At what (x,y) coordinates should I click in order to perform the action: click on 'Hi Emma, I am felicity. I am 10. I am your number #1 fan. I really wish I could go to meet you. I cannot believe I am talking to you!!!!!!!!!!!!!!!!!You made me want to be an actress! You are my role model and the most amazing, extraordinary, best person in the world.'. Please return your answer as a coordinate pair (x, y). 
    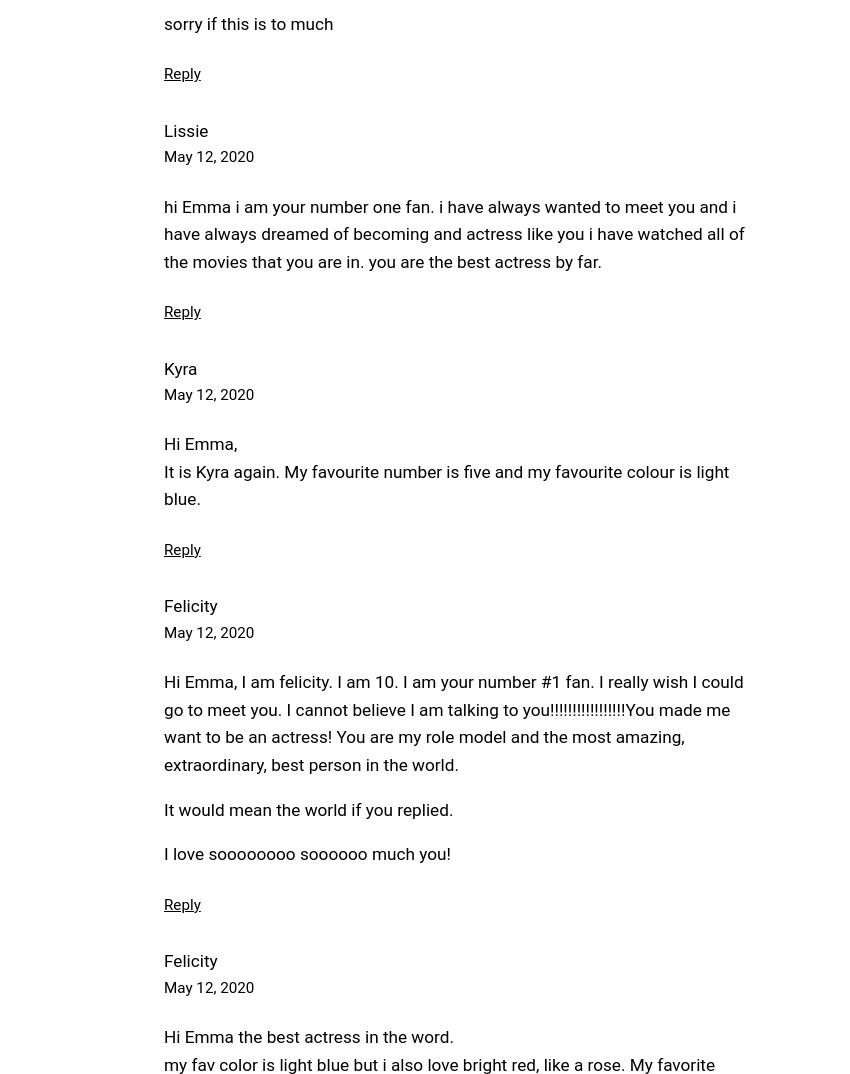
    Looking at the image, I should click on (163, 723).